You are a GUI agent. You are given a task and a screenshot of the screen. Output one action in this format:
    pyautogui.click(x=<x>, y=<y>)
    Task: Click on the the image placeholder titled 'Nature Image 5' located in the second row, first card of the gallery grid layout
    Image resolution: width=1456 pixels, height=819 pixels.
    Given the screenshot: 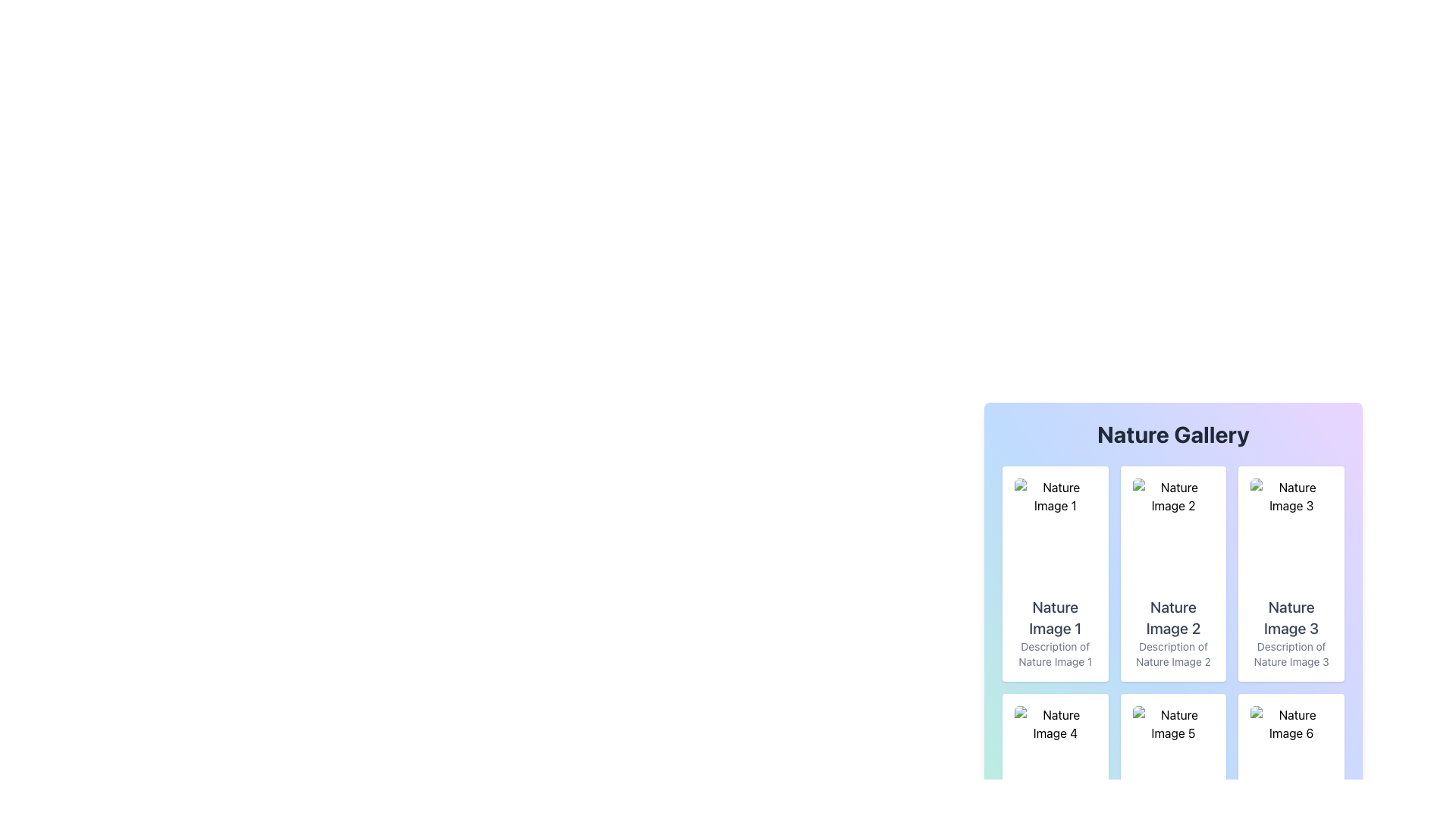 What is the action you would take?
    pyautogui.click(x=1172, y=760)
    